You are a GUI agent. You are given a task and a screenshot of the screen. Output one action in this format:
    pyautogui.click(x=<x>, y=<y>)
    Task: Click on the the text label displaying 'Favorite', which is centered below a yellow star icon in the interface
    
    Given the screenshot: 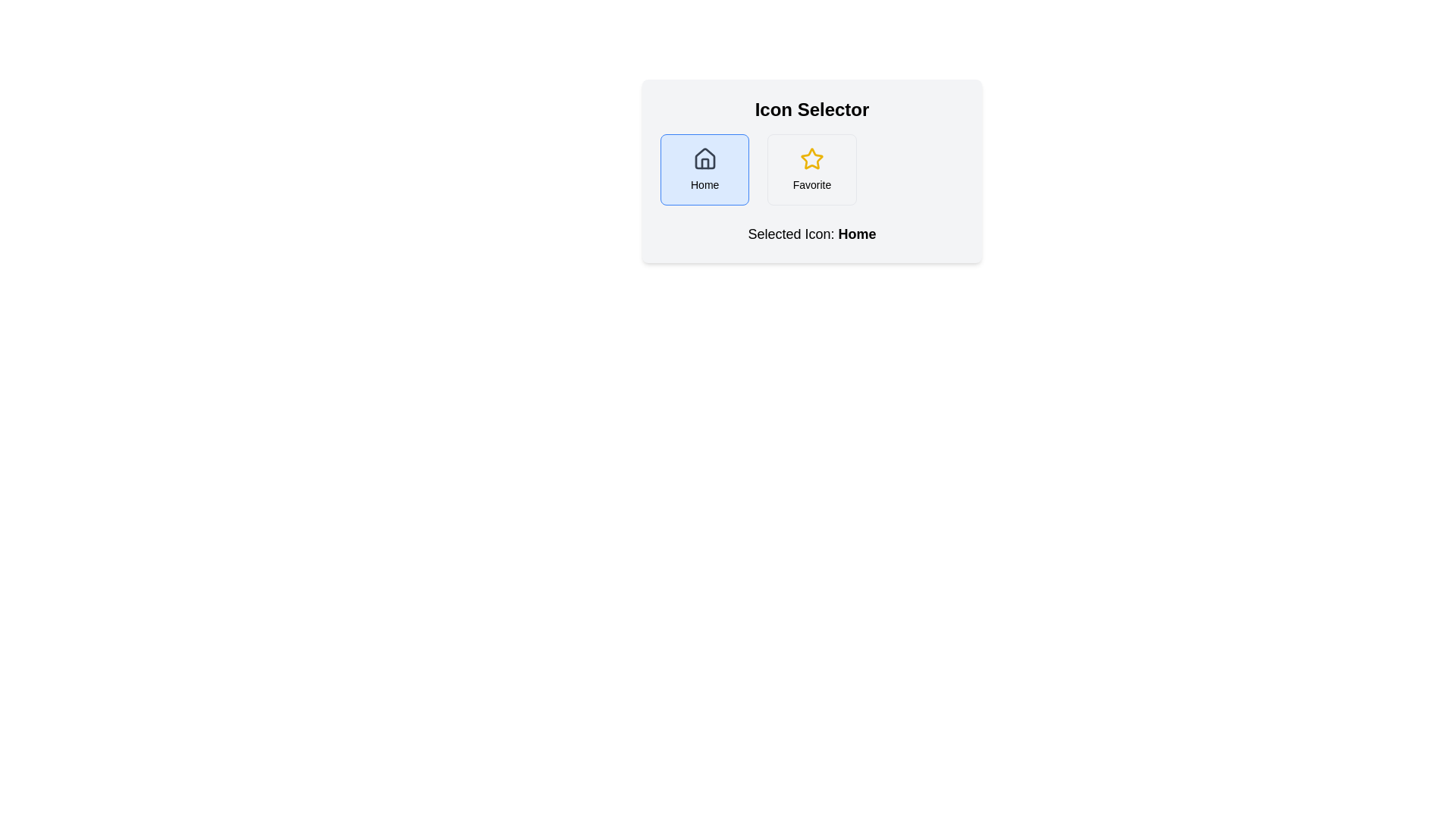 What is the action you would take?
    pyautogui.click(x=811, y=184)
    